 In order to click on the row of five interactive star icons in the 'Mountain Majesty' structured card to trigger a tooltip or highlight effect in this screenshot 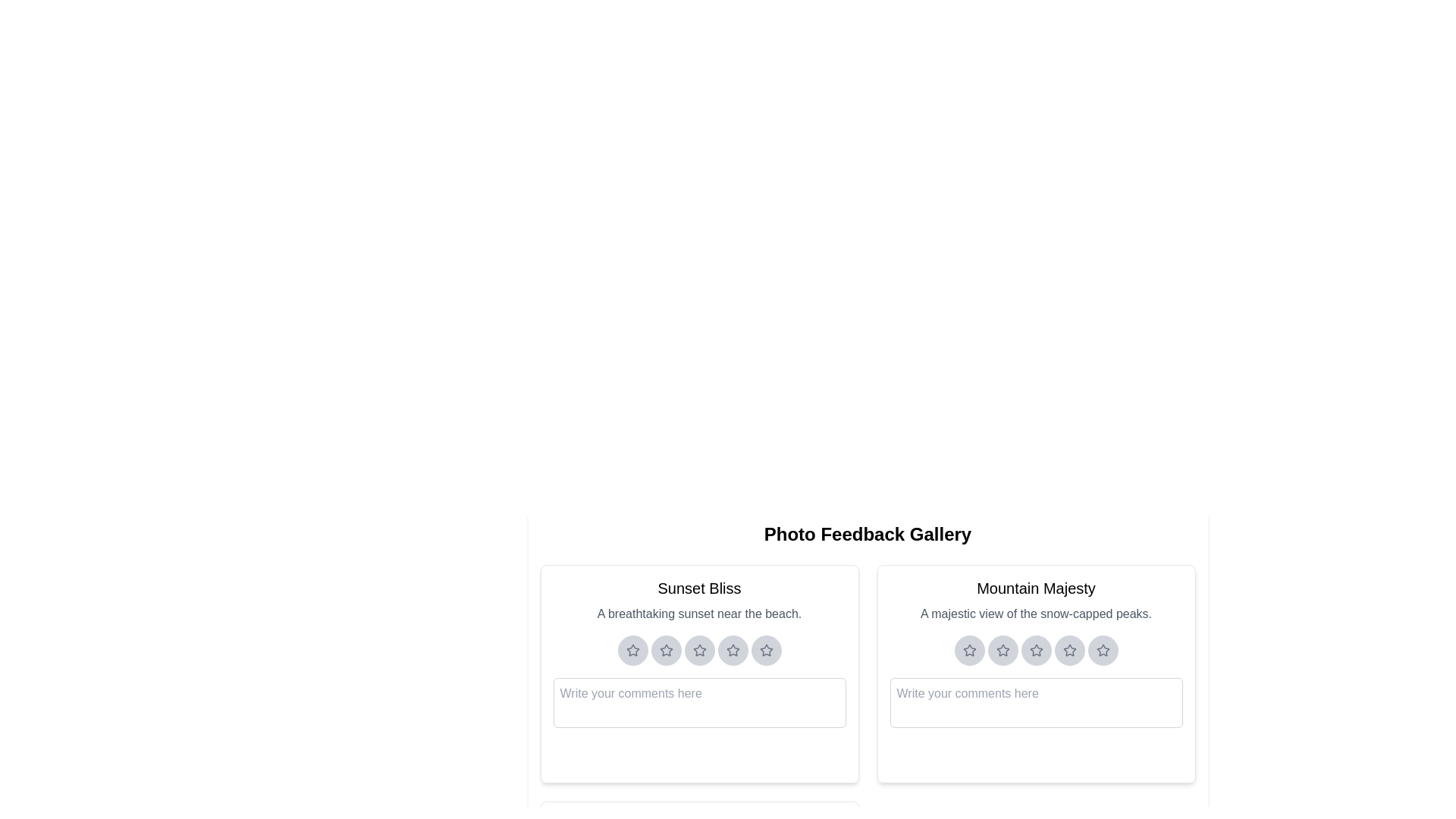, I will do `click(1035, 673)`.